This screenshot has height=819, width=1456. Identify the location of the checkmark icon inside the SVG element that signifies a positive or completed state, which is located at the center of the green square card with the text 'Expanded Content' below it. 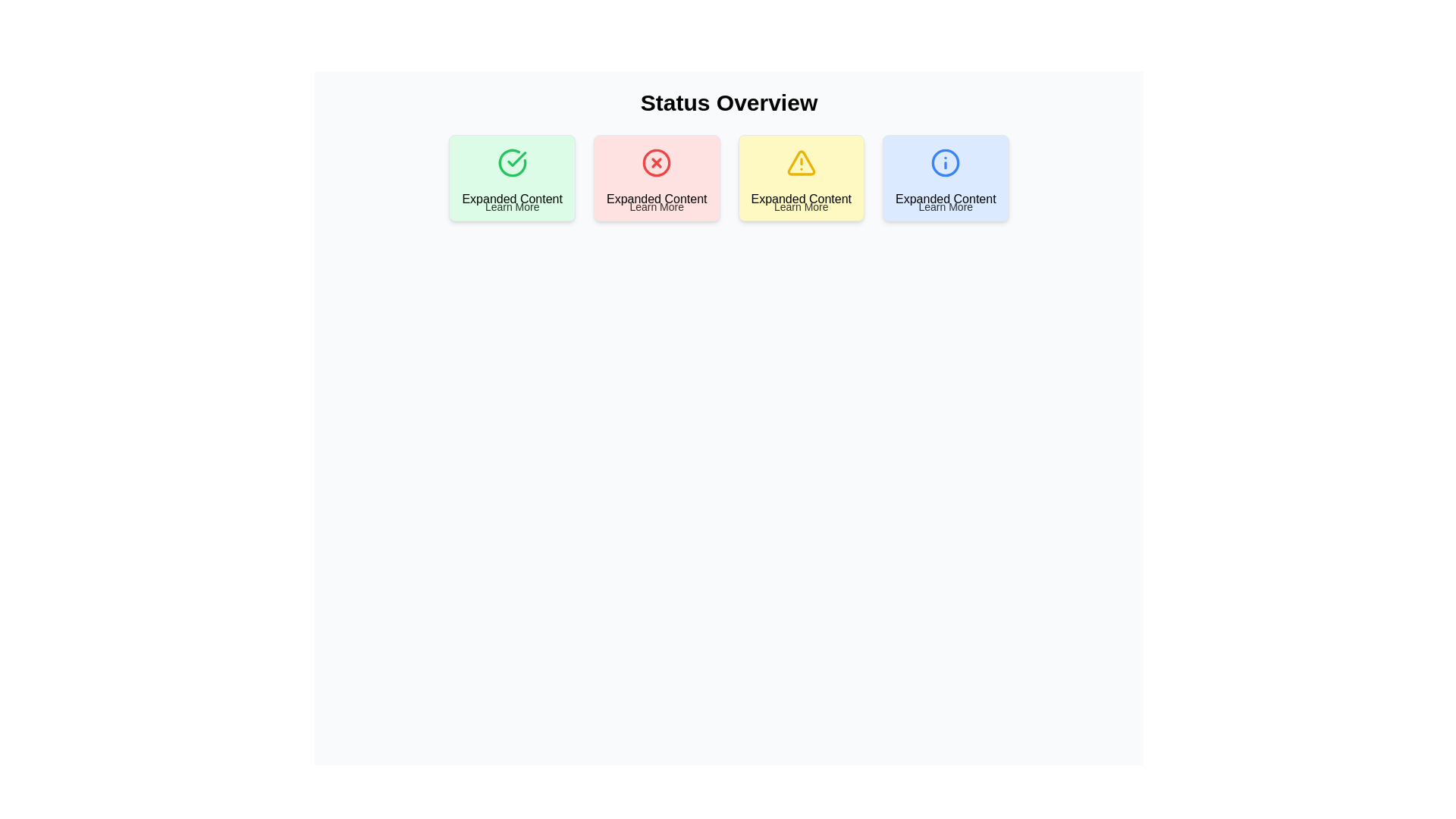
(516, 158).